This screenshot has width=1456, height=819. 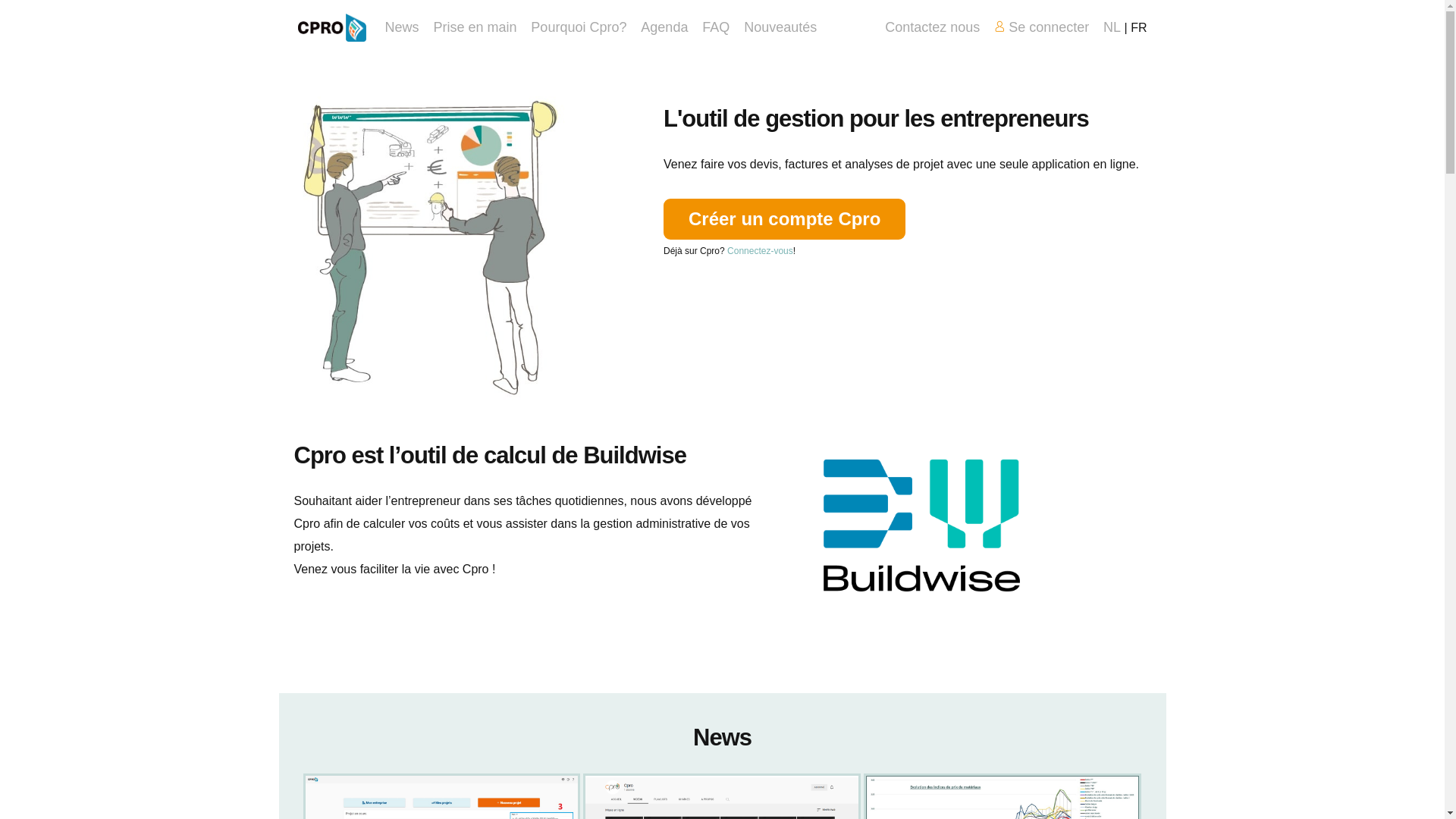 What do you see at coordinates (330, 27) in the screenshot?
I see `'Home'` at bounding box center [330, 27].